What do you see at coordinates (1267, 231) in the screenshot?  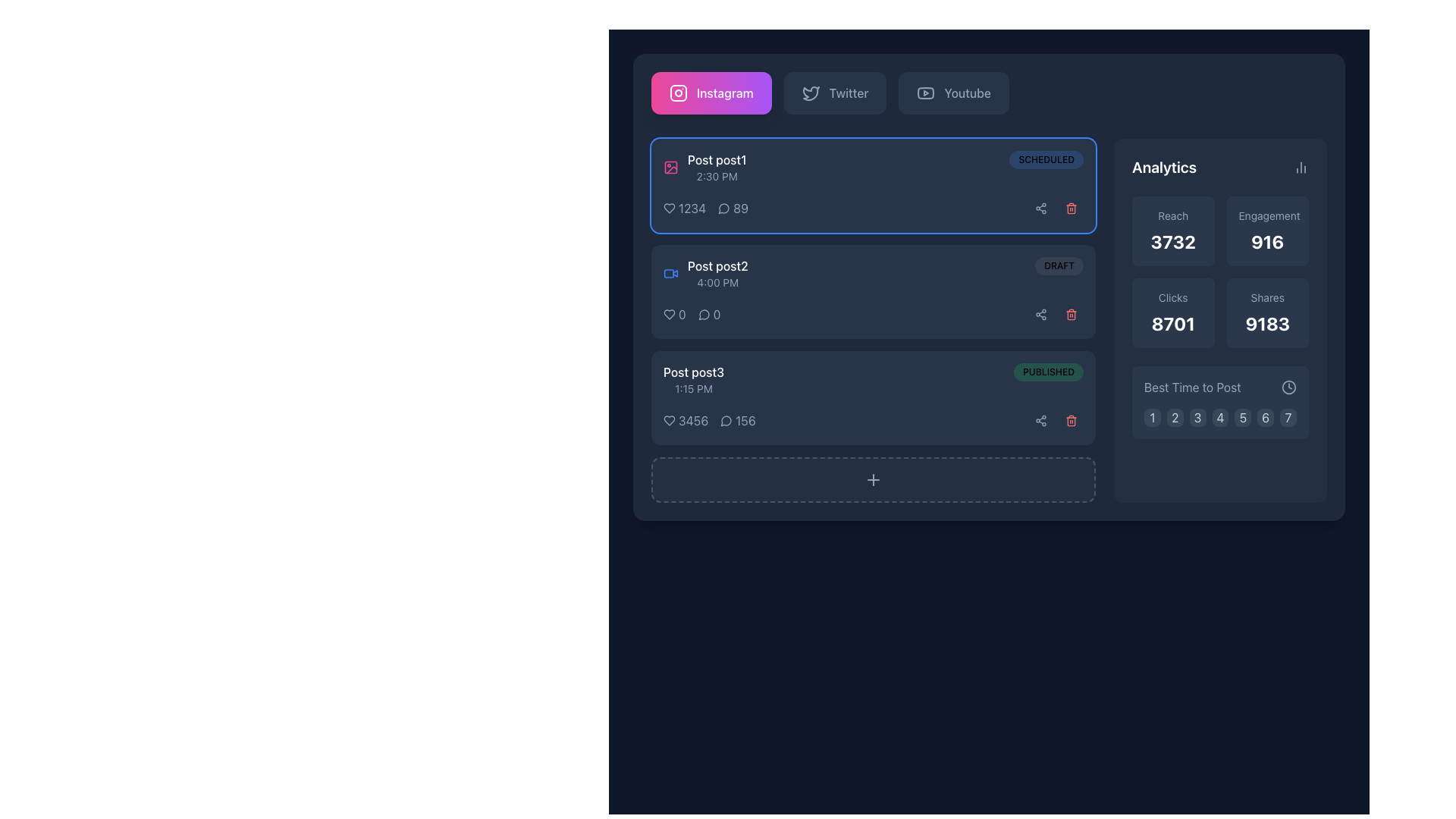 I see `the metric value displayed in the informational display card showing '916' under the 'Engagement' label in the Analytics section` at bounding box center [1267, 231].